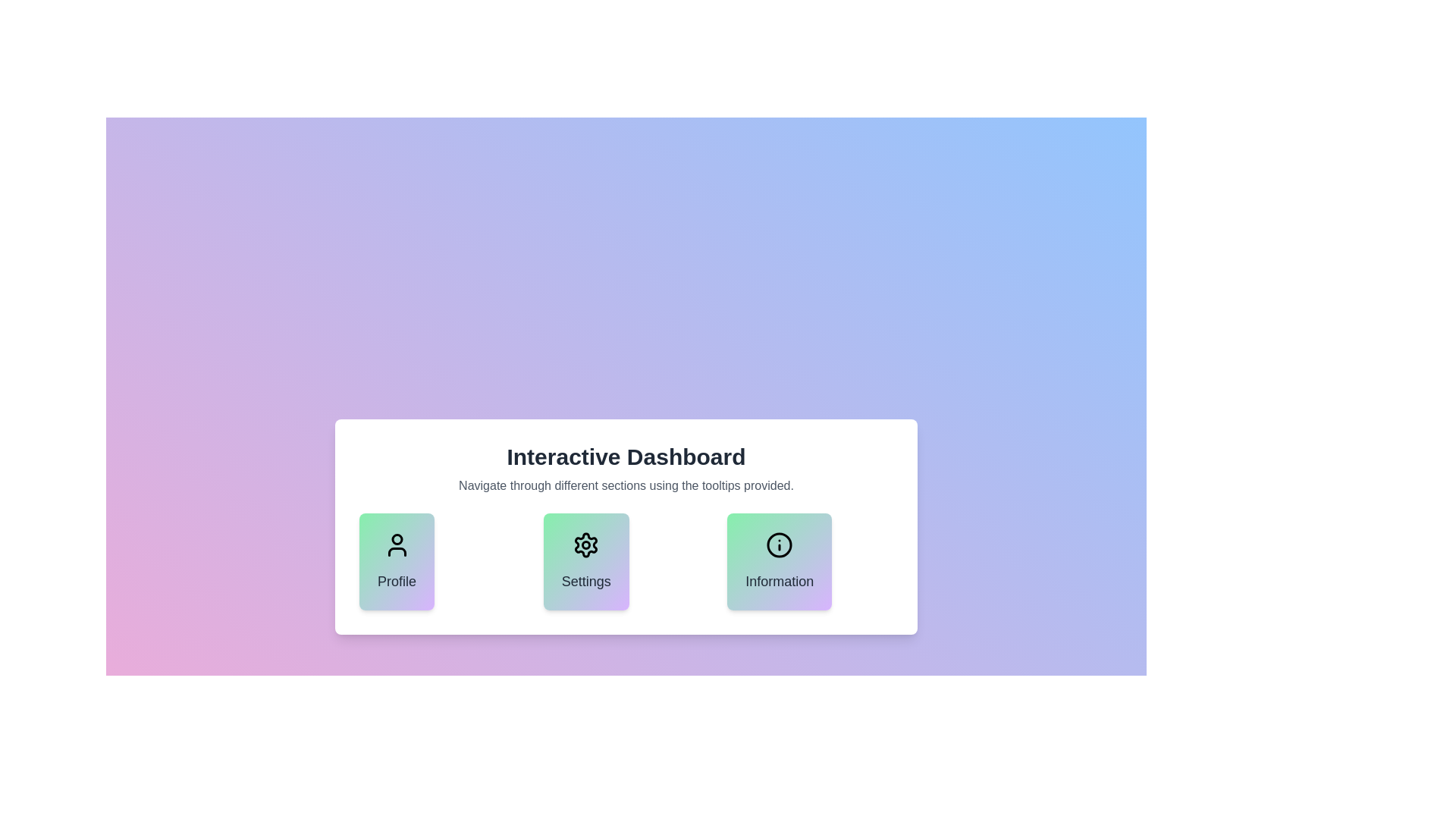 The width and height of the screenshot is (1456, 819). What do you see at coordinates (626, 456) in the screenshot?
I see `the static text label 'Interactive Dashboard', which is prominently displayed at the top of a white card interface and styled with a large bold font in dark gray color` at bounding box center [626, 456].